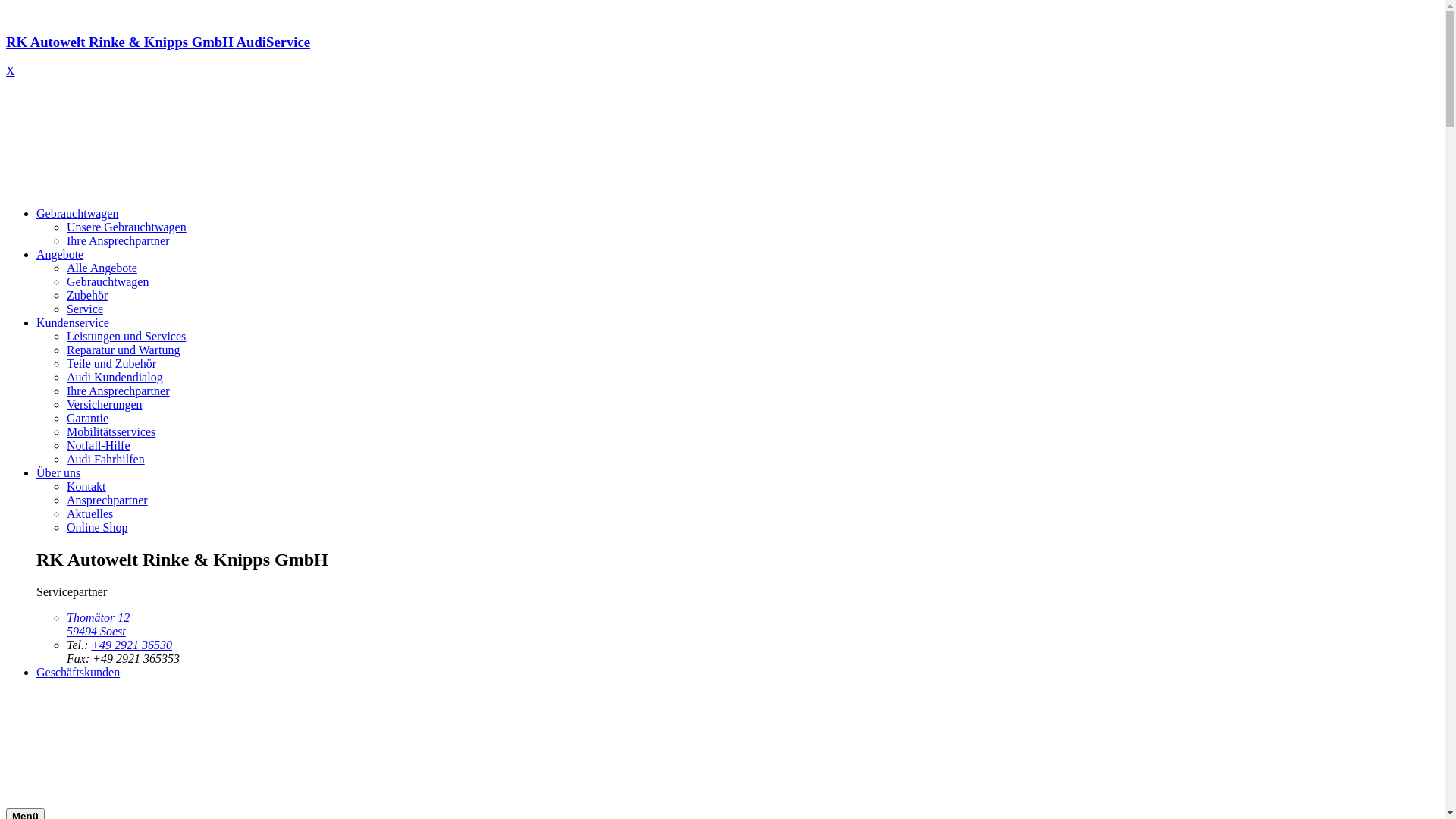 This screenshot has width=1456, height=819. I want to click on 'Reparatur und Wartung', so click(65, 350).